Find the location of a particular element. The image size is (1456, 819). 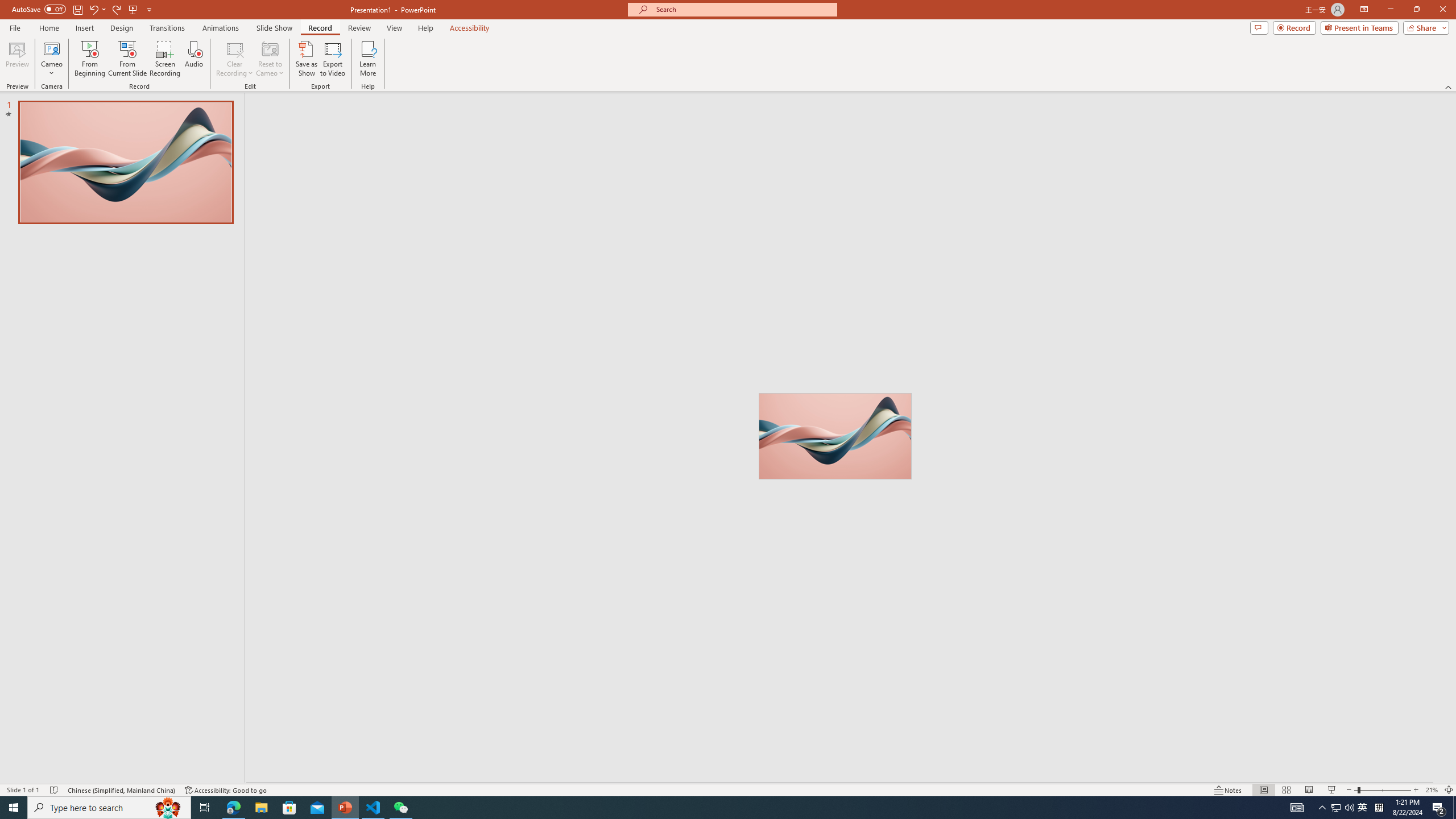

'From Beginning...' is located at coordinates (89, 59).